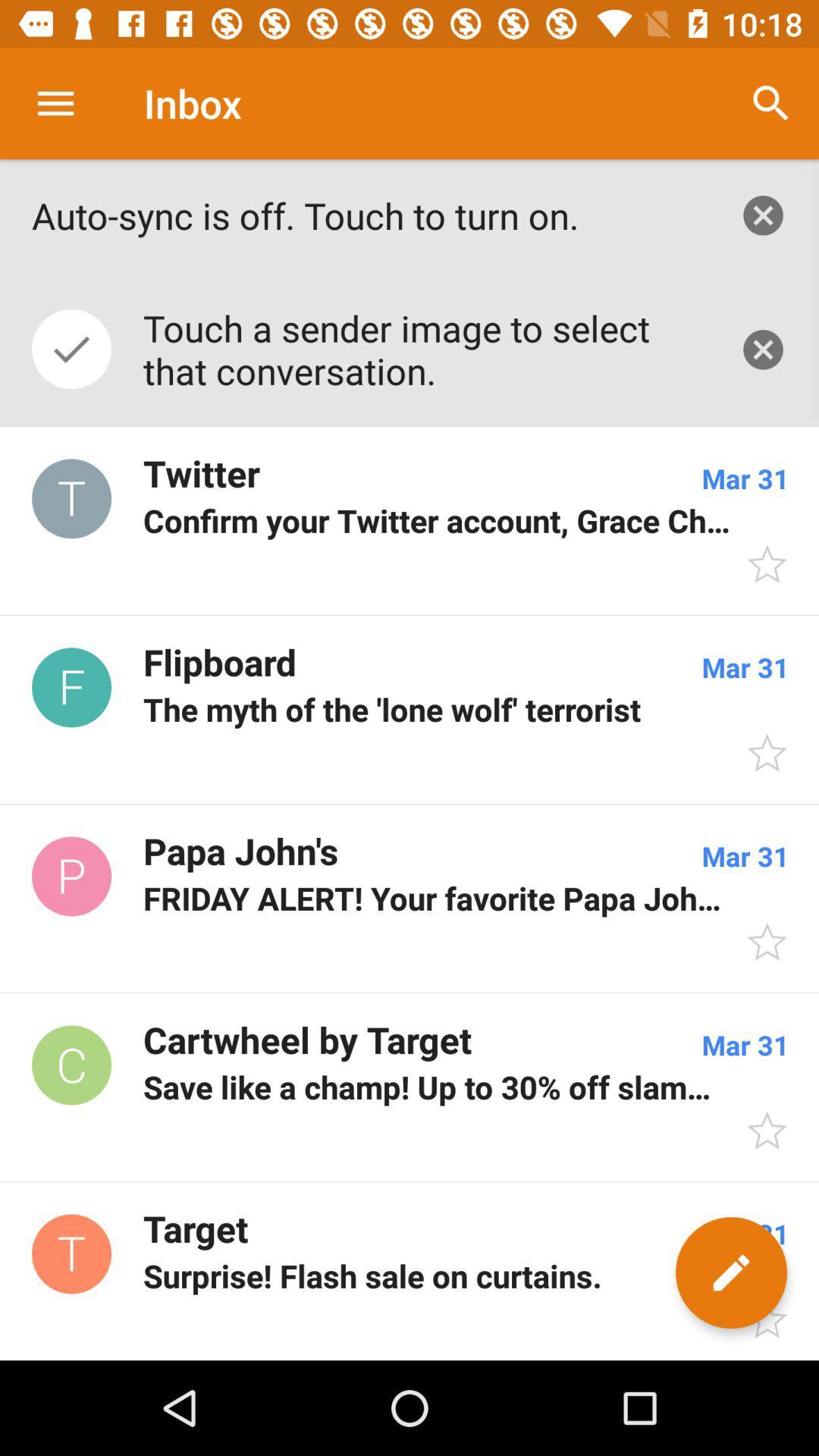  I want to click on the edit icon, so click(730, 1272).